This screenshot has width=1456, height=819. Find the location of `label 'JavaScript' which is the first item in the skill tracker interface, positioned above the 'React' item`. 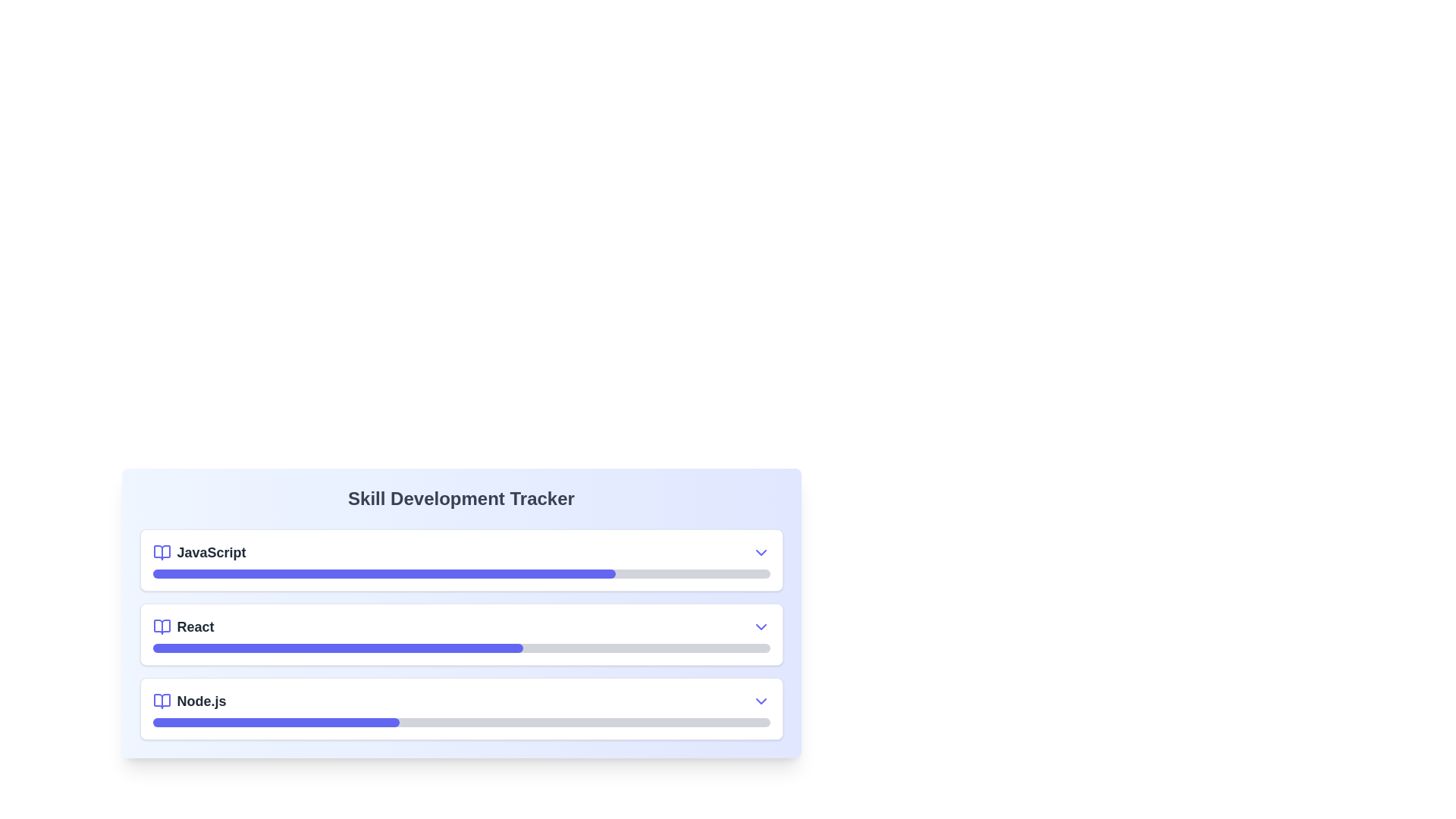

label 'JavaScript' which is the first item in the skill tracker interface, positioned above the 'React' item is located at coordinates (199, 553).